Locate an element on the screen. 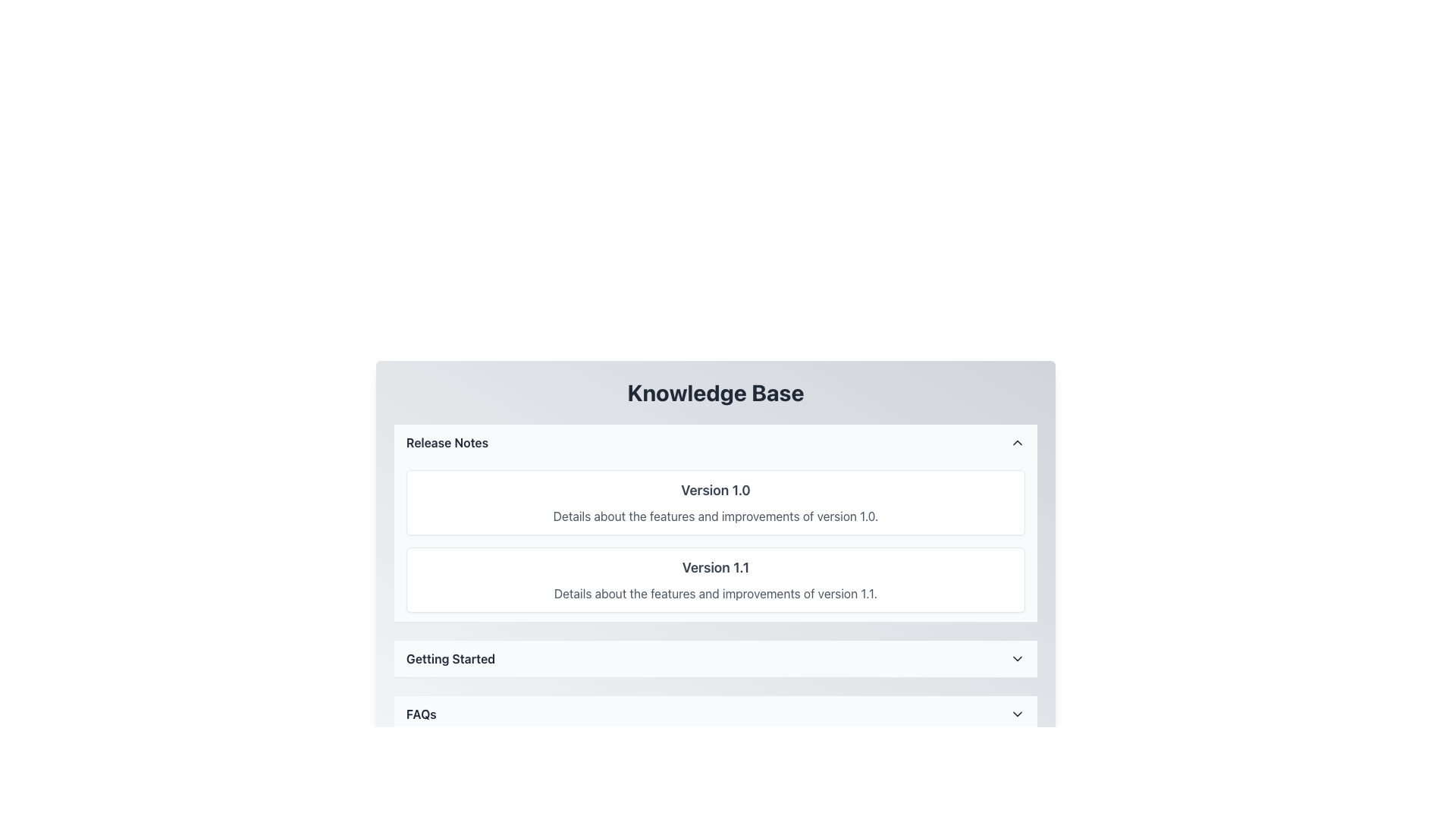 Image resolution: width=1456 pixels, height=819 pixels. the Information panel located under the 'Knowledge Base' header, between the 'Getting Started' and 'FAQs' sections, specifically for the 'Release Notes' is located at coordinates (715, 579).